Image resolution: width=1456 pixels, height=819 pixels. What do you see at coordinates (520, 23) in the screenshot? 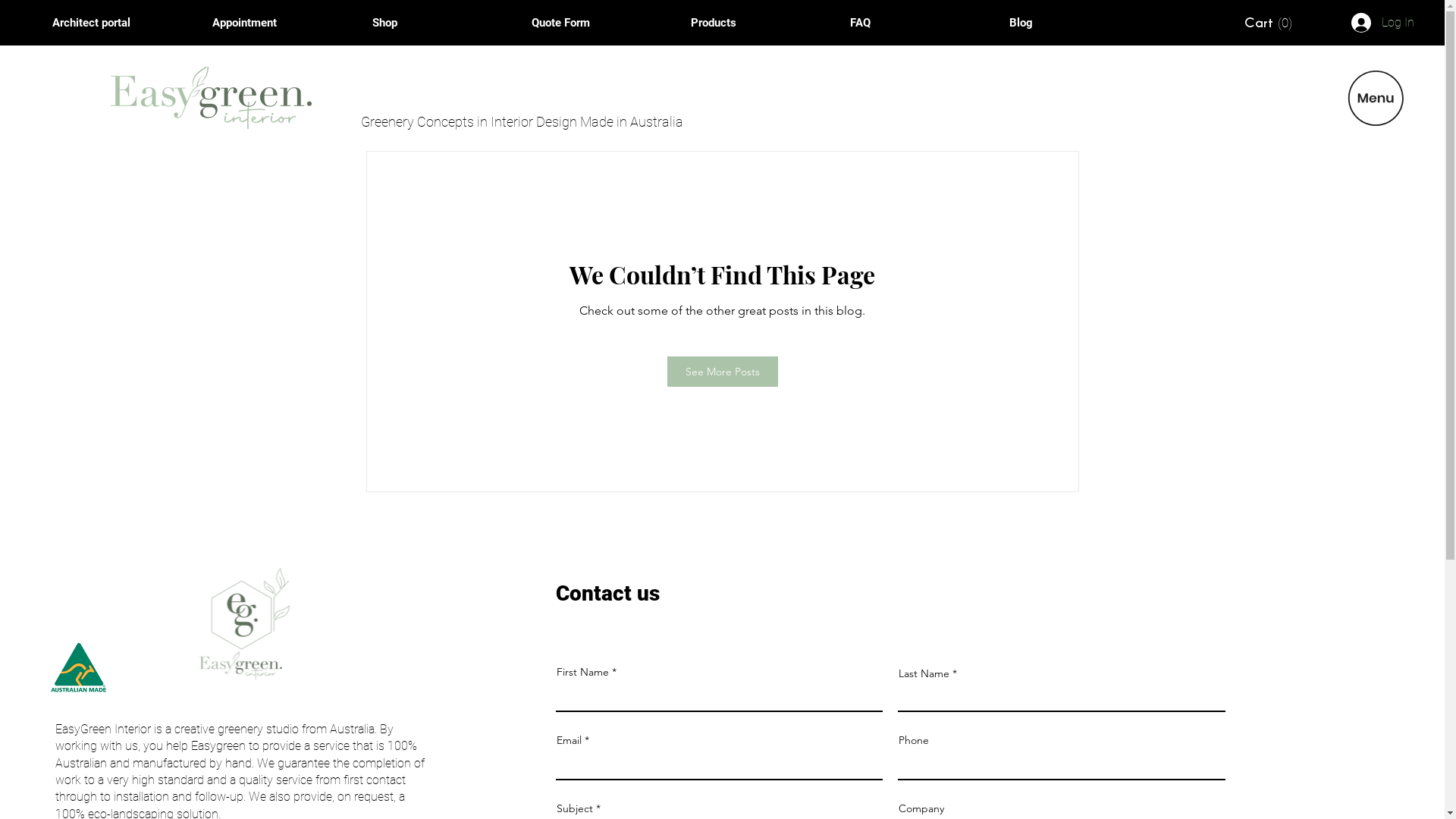
I see `'Quote Form'` at bounding box center [520, 23].